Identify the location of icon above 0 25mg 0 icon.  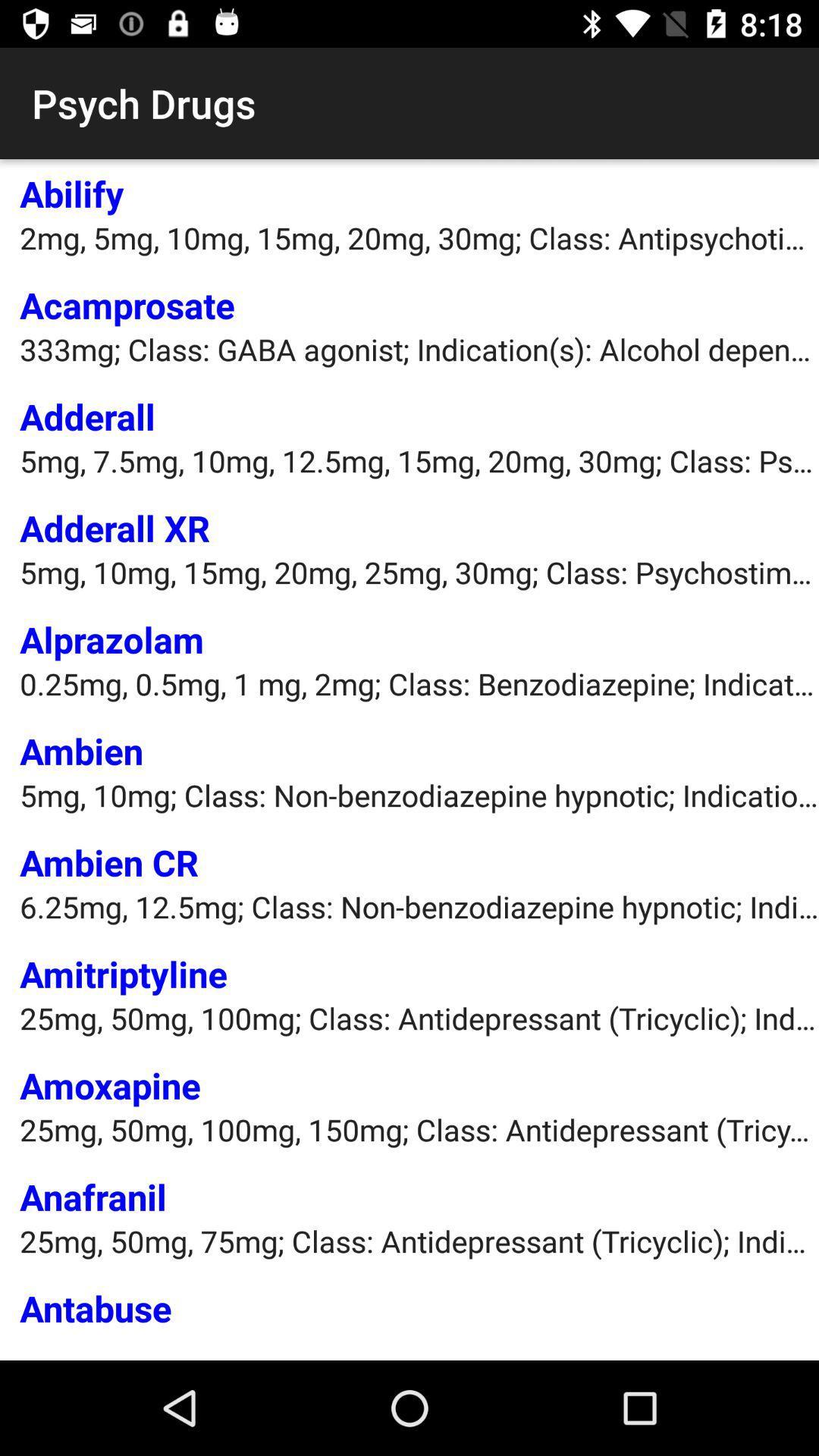
(111, 639).